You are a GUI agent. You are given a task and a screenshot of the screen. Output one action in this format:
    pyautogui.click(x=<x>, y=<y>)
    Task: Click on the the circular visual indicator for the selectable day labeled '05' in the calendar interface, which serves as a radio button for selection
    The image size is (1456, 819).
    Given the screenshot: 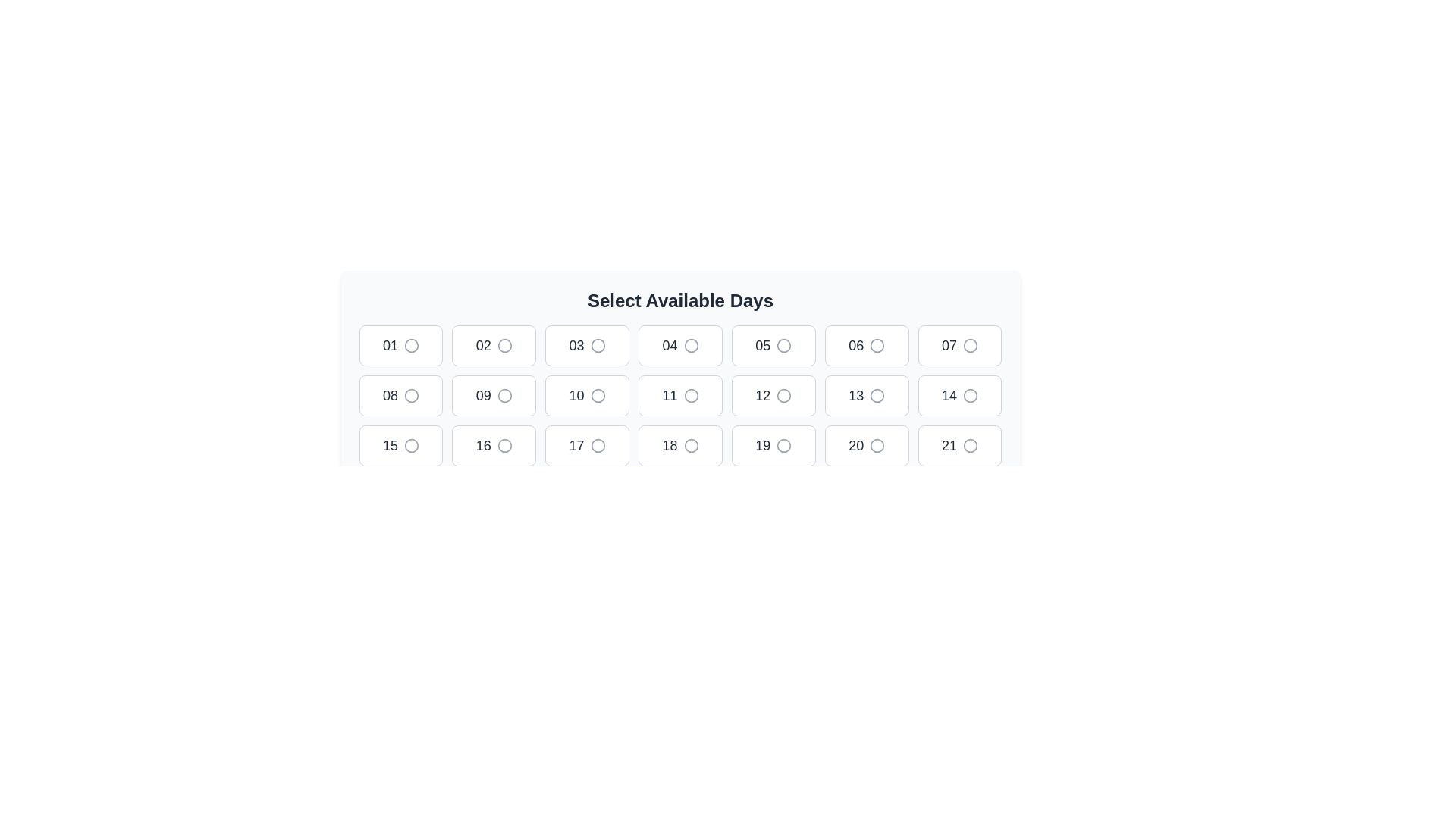 What is the action you would take?
    pyautogui.click(x=784, y=345)
    